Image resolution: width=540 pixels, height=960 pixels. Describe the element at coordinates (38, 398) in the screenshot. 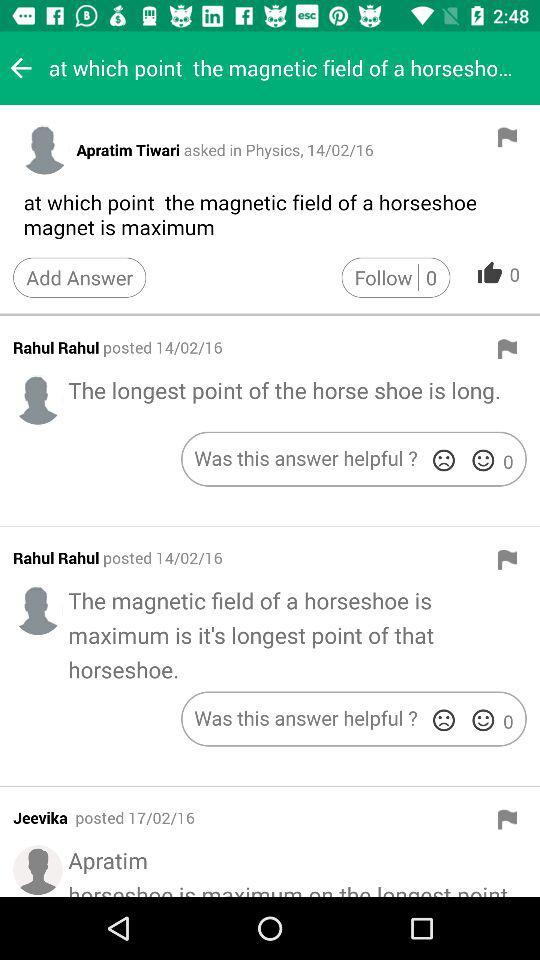

I see `user profile` at that location.